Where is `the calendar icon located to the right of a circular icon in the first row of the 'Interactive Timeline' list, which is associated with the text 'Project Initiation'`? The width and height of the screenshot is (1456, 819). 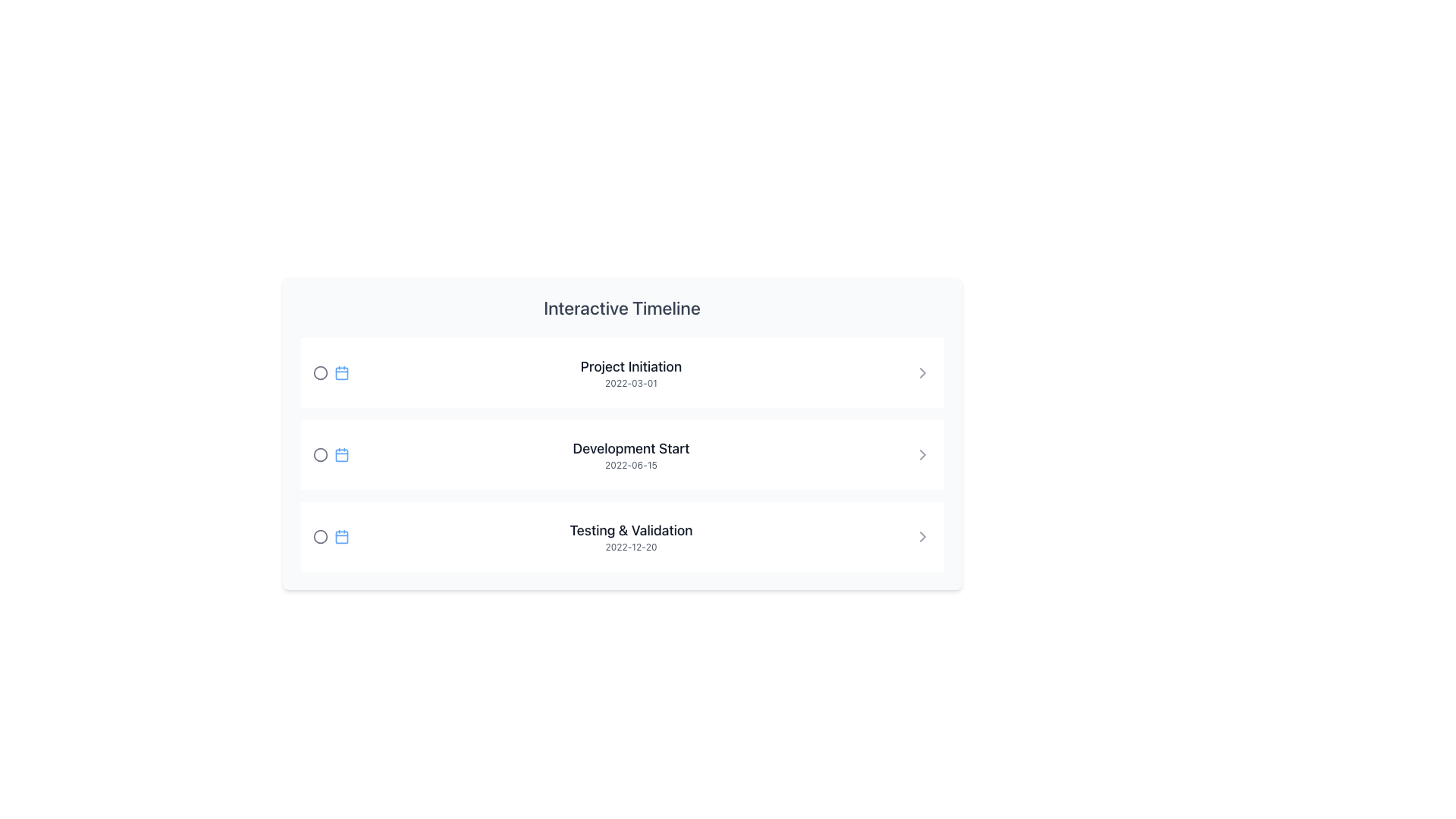
the calendar icon located to the right of a circular icon in the first row of the 'Interactive Timeline' list, which is associated with the text 'Project Initiation' is located at coordinates (340, 373).